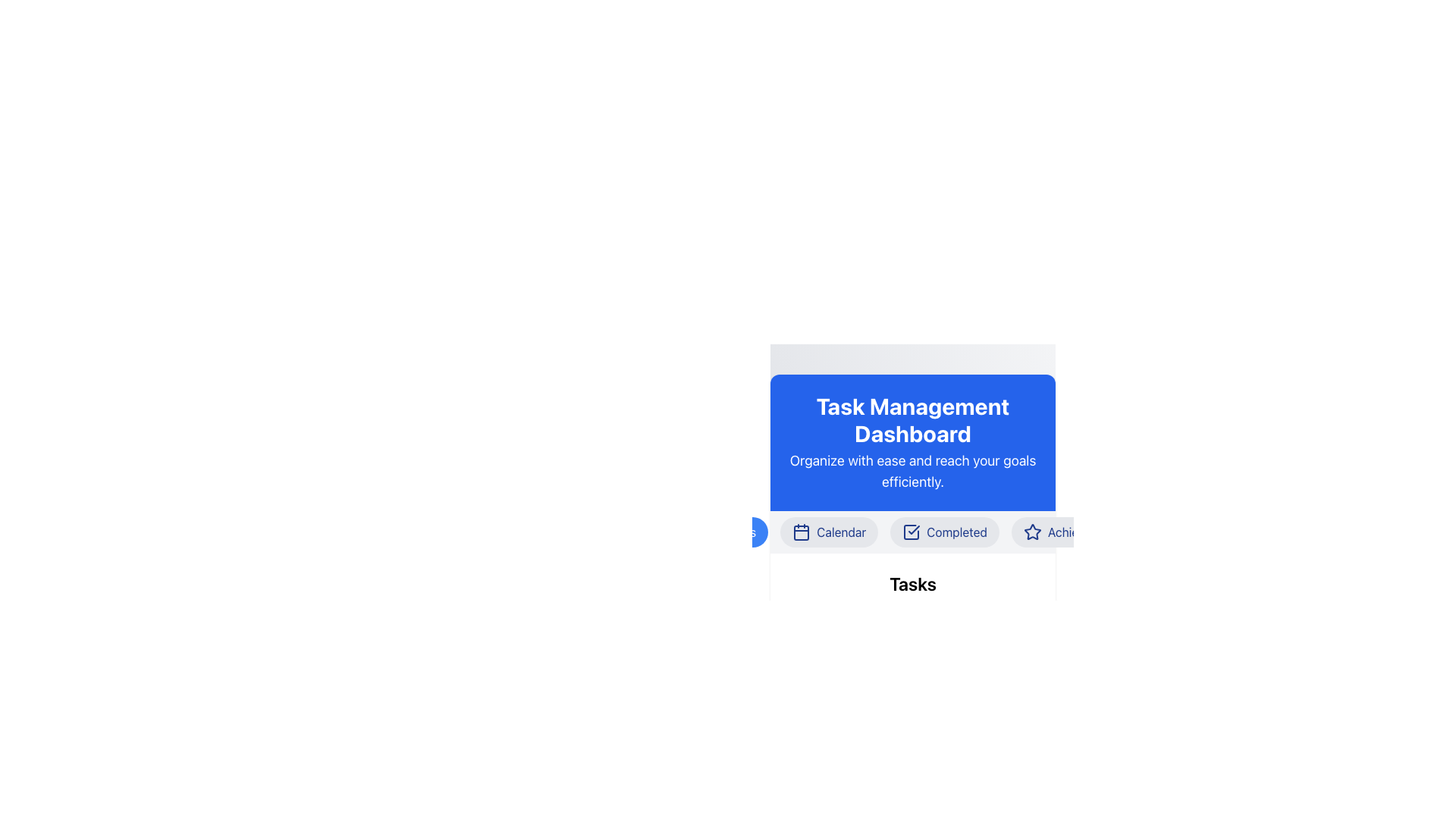 The image size is (1456, 819). I want to click on the 'Completed' button, which is styled with a rounded rectangle, has a gray background with blue text, and includes a checkmark icon on the left, so click(944, 532).